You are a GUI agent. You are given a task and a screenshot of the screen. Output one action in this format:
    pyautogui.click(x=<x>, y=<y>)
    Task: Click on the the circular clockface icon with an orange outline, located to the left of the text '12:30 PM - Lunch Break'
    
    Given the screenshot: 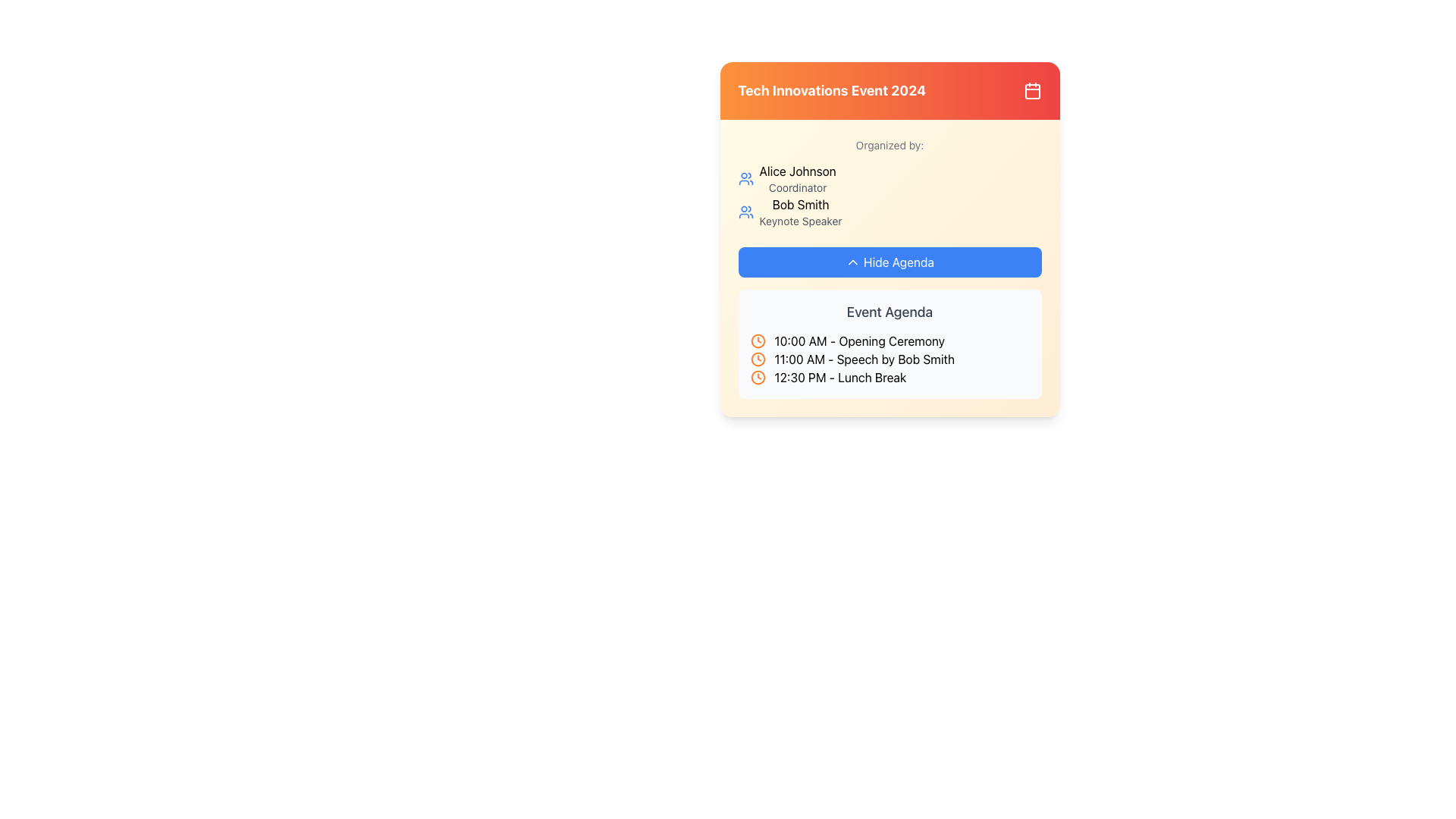 What is the action you would take?
    pyautogui.click(x=758, y=376)
    